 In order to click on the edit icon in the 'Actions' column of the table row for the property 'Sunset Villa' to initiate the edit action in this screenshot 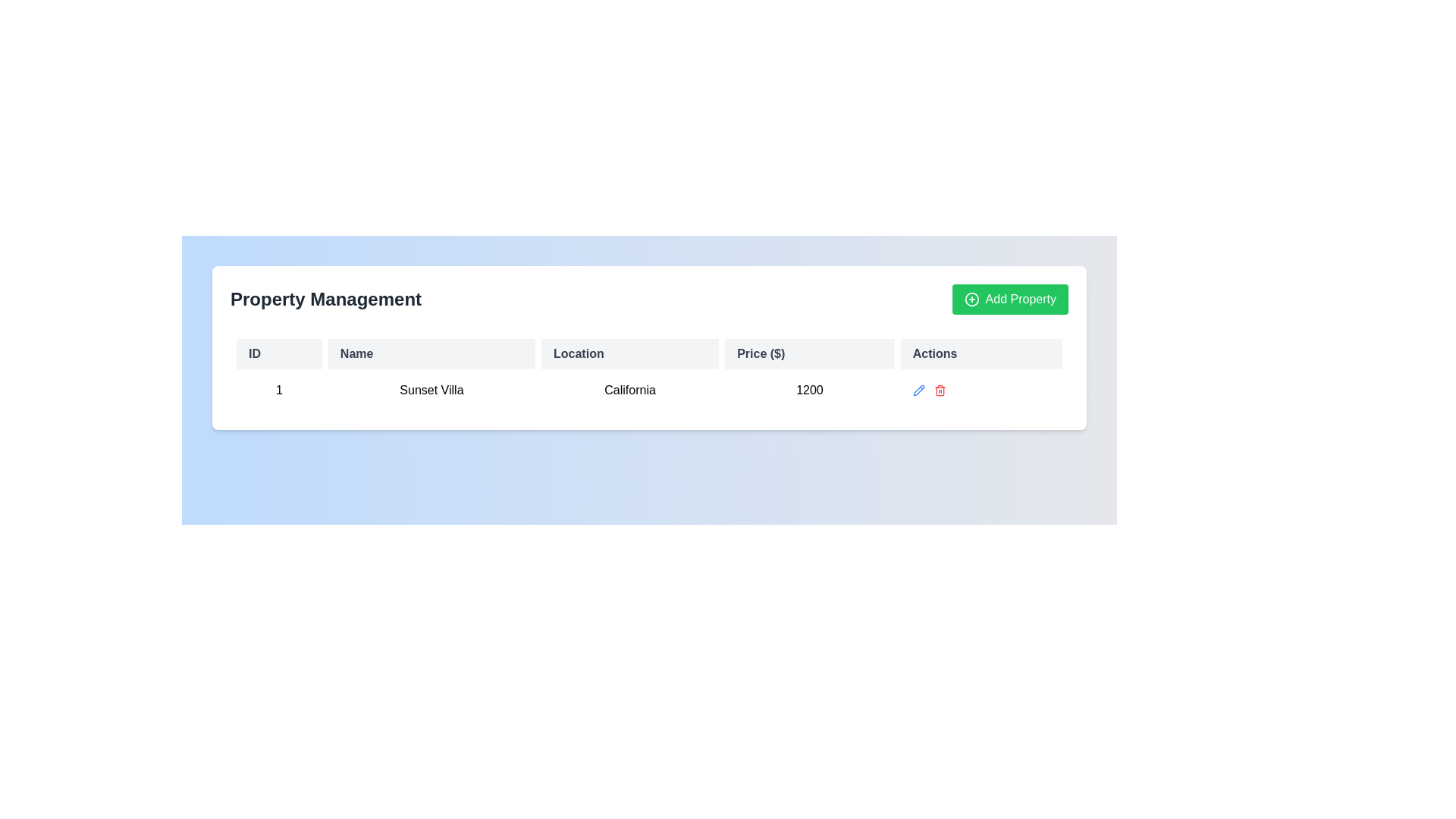, I will do `click(918, 390)`.